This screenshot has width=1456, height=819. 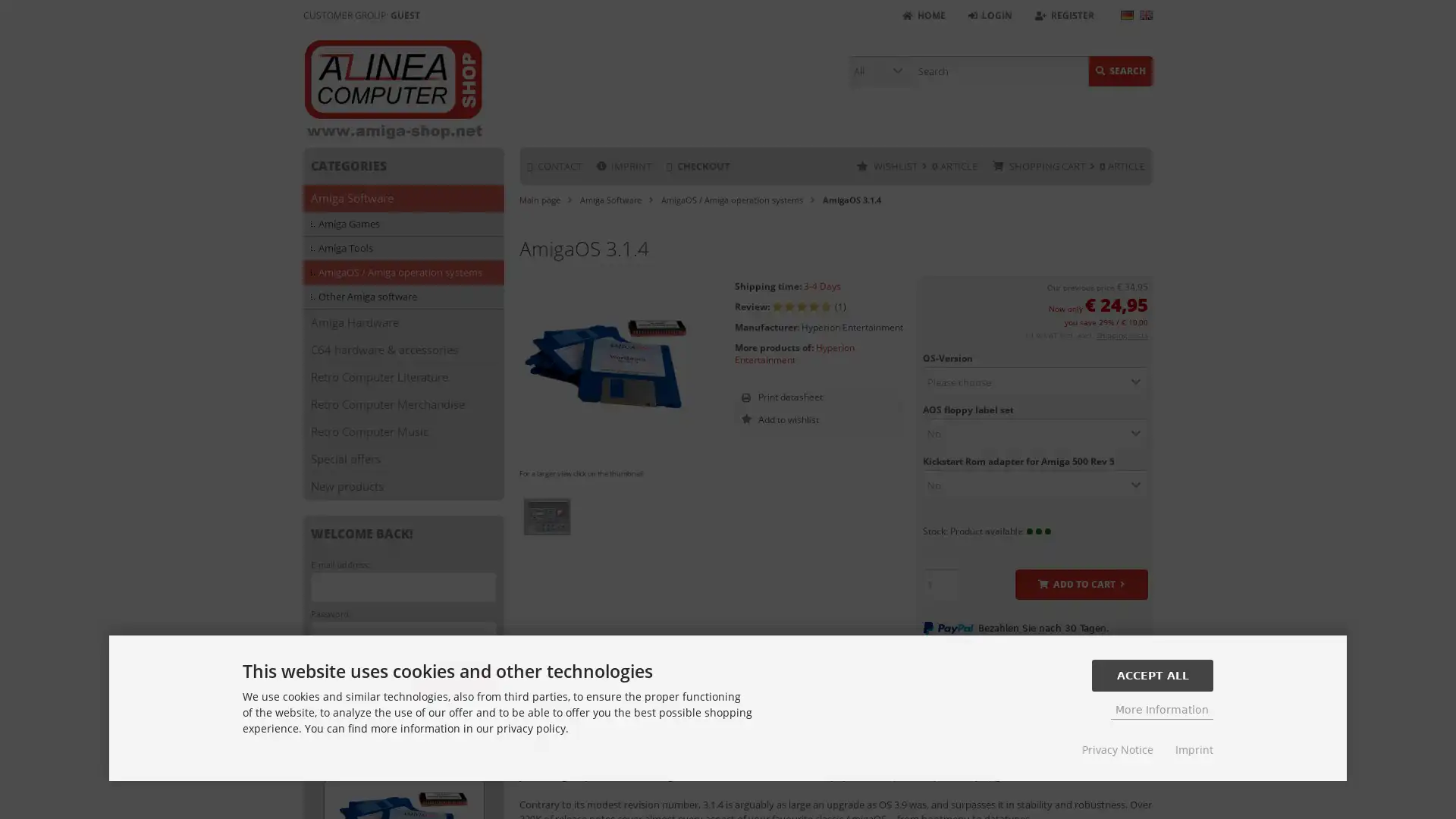 I want to click on More Information, so click(x=1161, y=709).